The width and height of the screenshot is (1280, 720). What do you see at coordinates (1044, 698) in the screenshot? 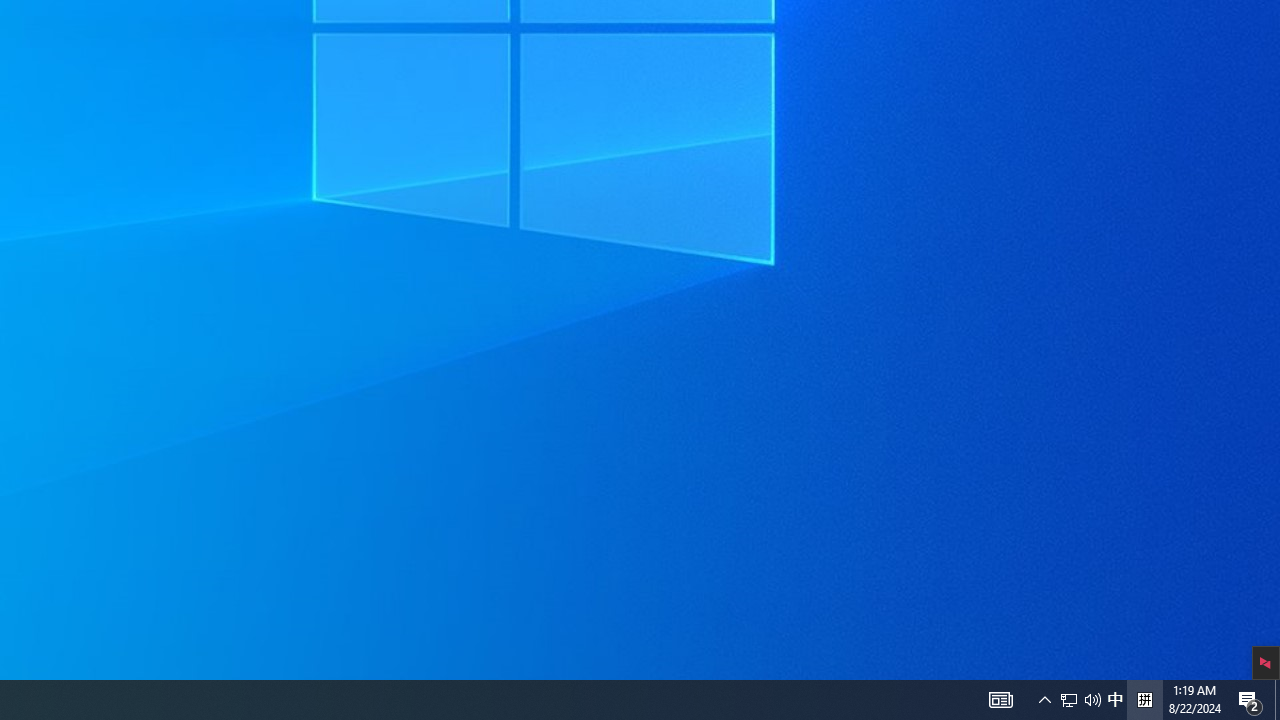
I see `'Notification Chevron'` at bounding box center [1044, 698].